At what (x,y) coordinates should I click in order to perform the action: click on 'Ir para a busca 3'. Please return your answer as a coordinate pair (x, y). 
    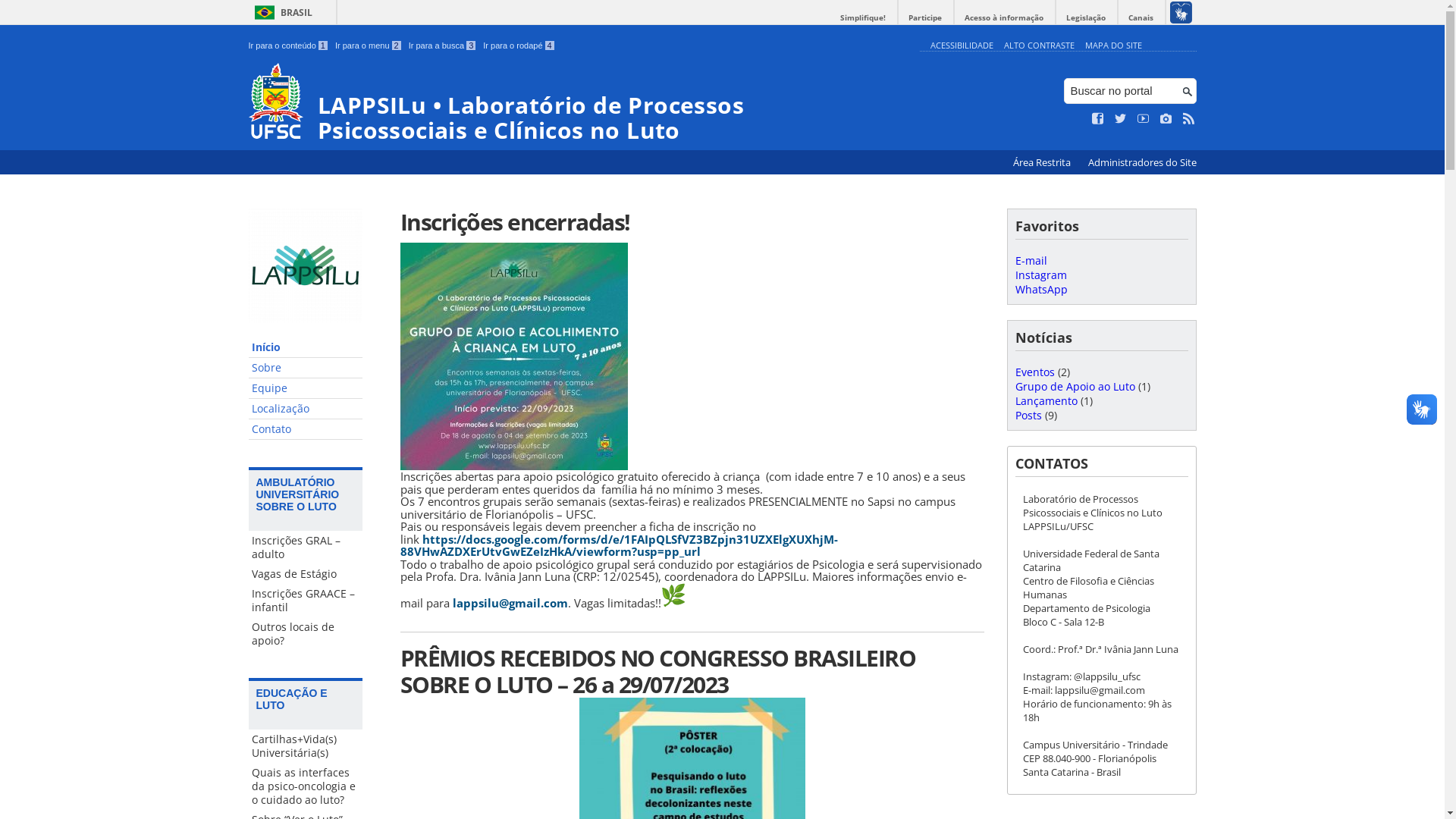
    Looking at the image, I should click on (441, 45).